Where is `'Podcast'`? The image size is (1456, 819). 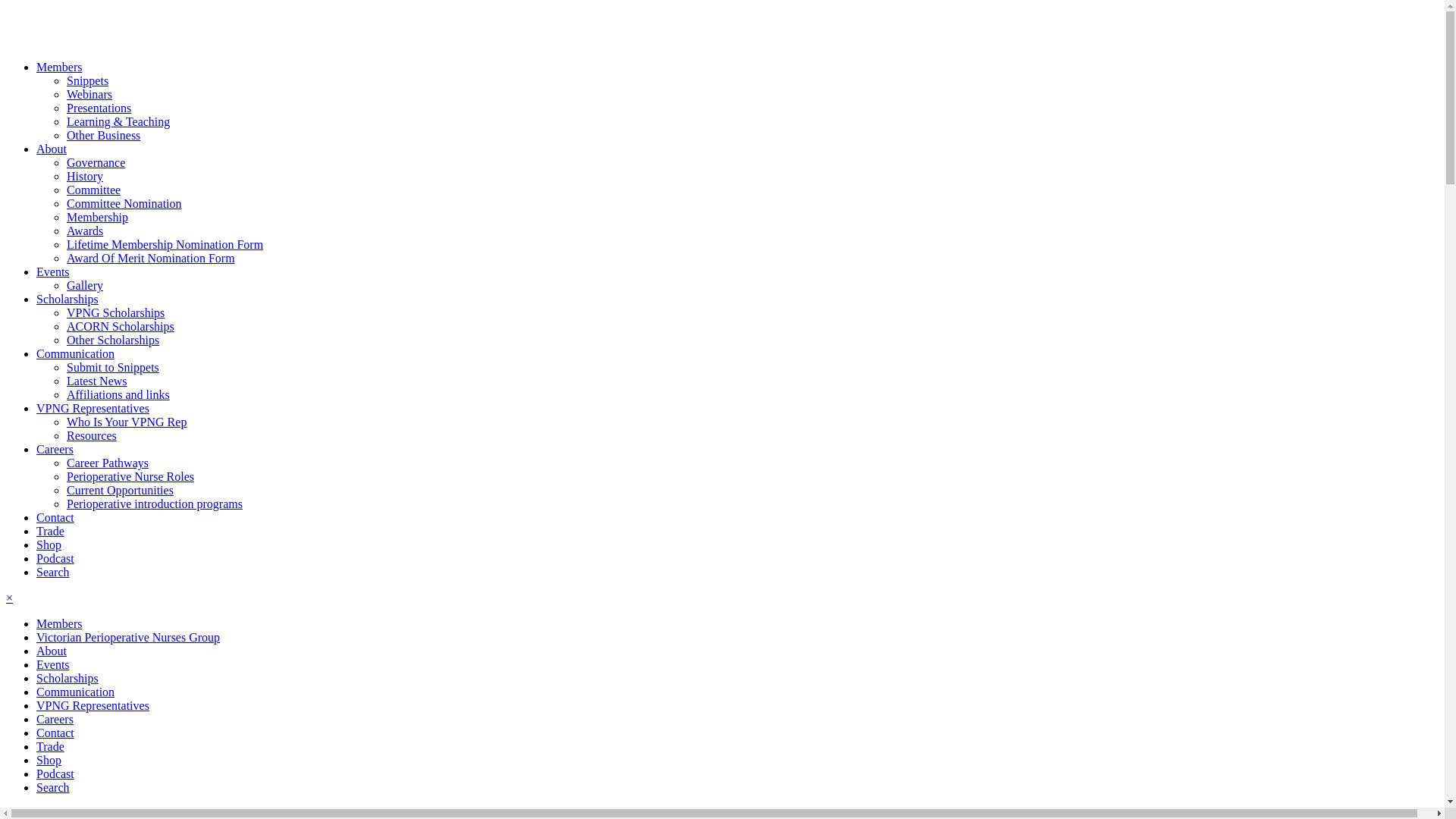 'Podcast' is located at coordinates (36, 773).